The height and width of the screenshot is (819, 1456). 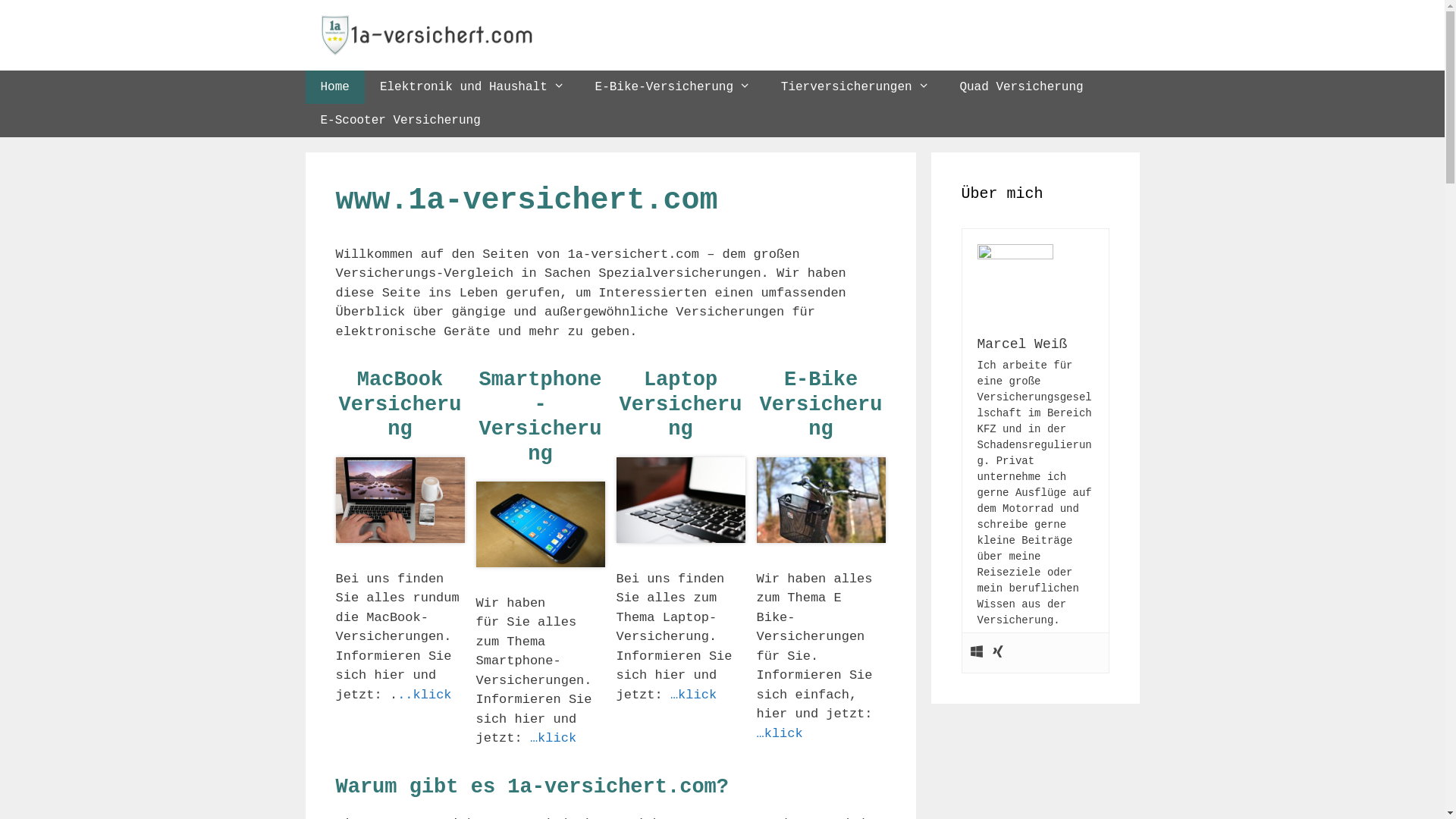 I want to click on 'Tierversicherungen', so click(x=855, y=87).